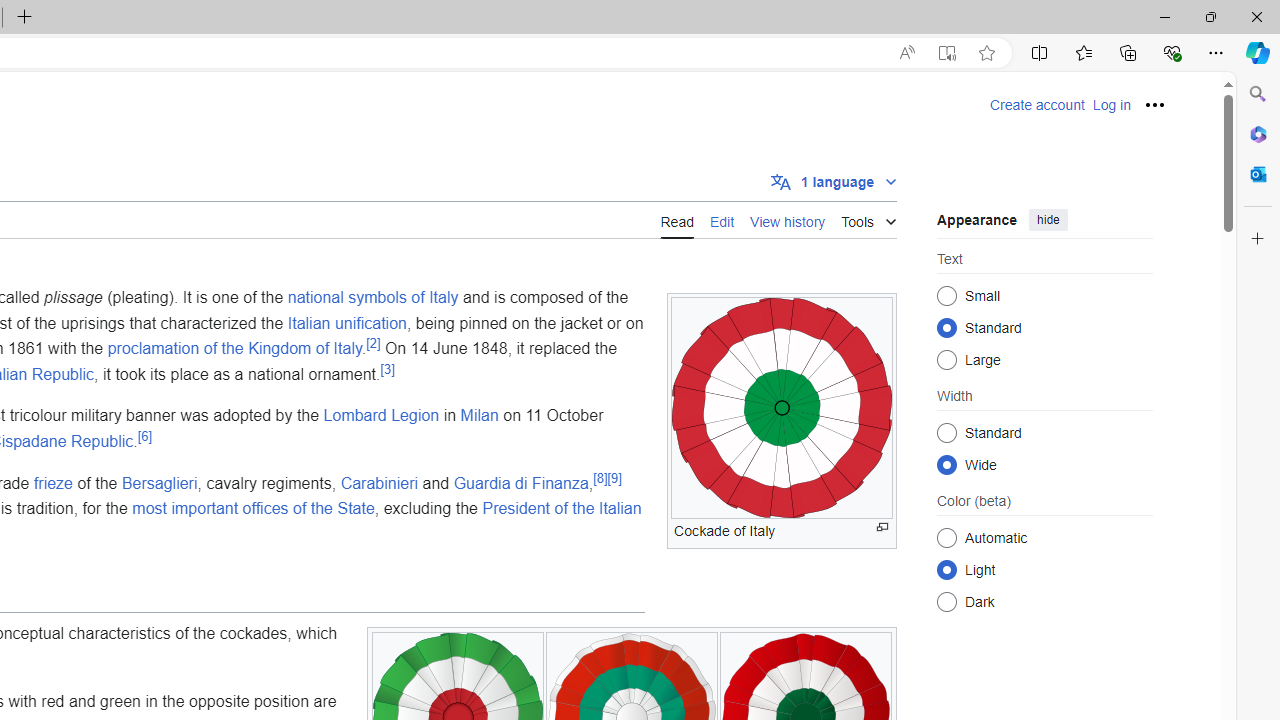  Describe the element at coordinates (945, 52) in the screenshot. I see `'Enter Immersive Reader (F9)'` at that location.